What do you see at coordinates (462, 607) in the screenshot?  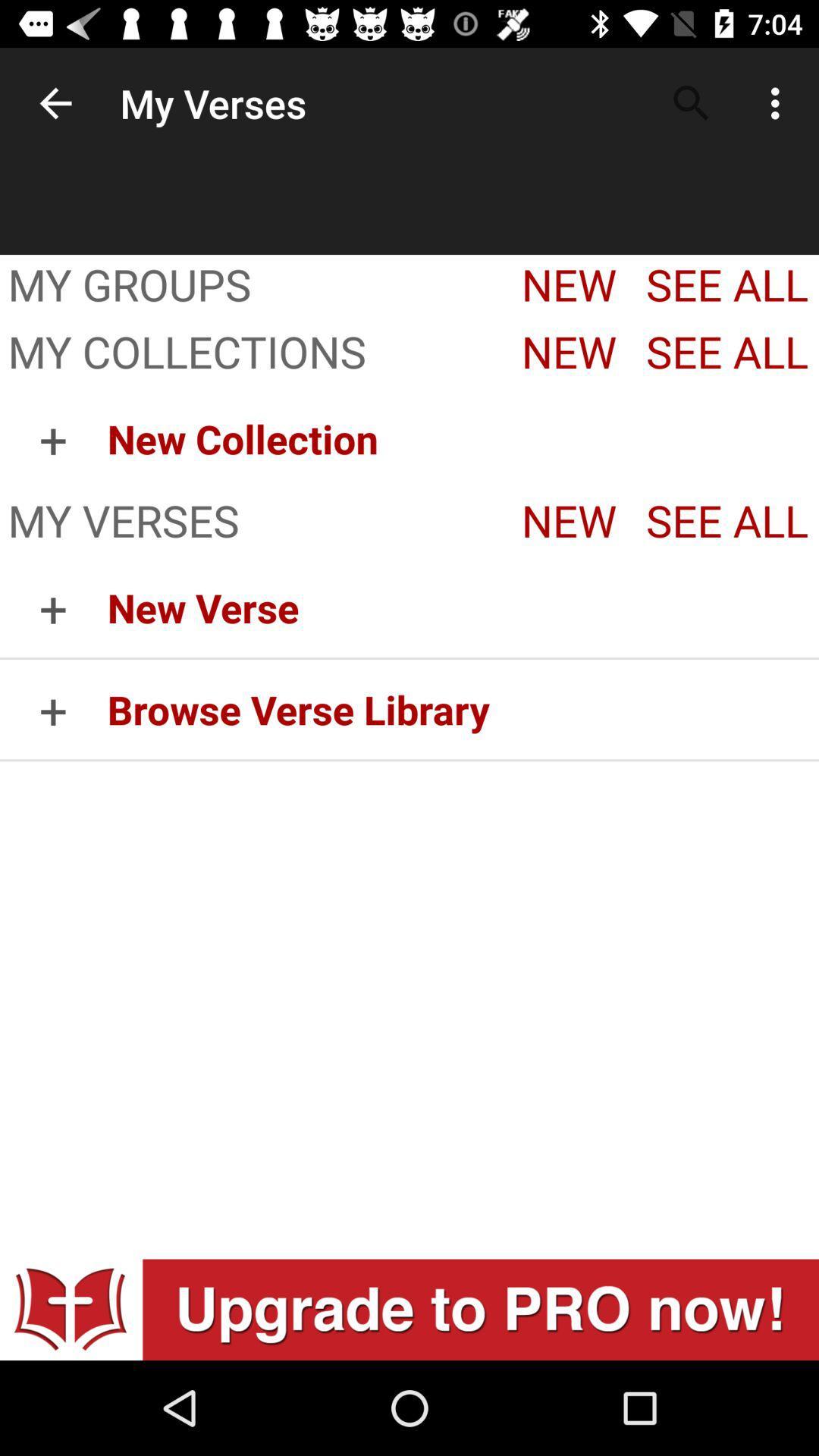 I see `new verse app` at bounding box center [462, 607].